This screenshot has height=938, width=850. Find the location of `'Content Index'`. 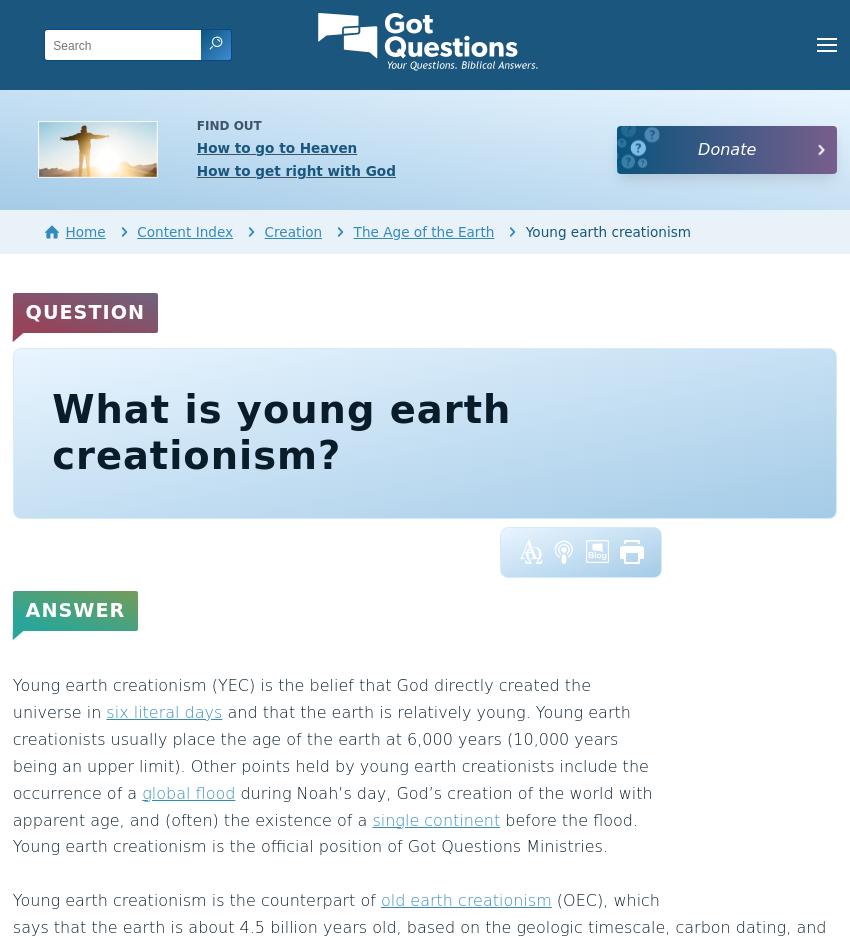

'Content Index' is located at coordinates (183, 231).